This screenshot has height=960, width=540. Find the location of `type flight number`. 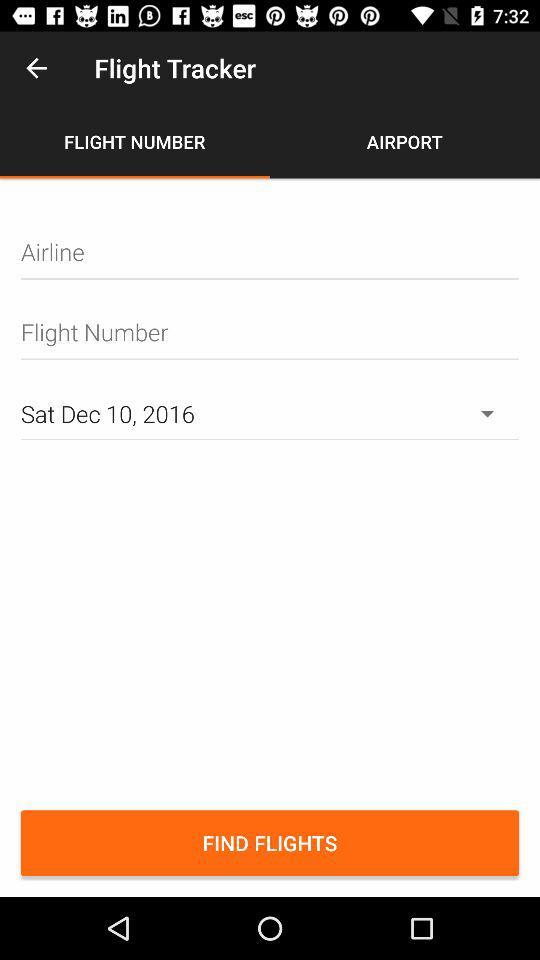

type flight number is located at coordinates (270, 332).